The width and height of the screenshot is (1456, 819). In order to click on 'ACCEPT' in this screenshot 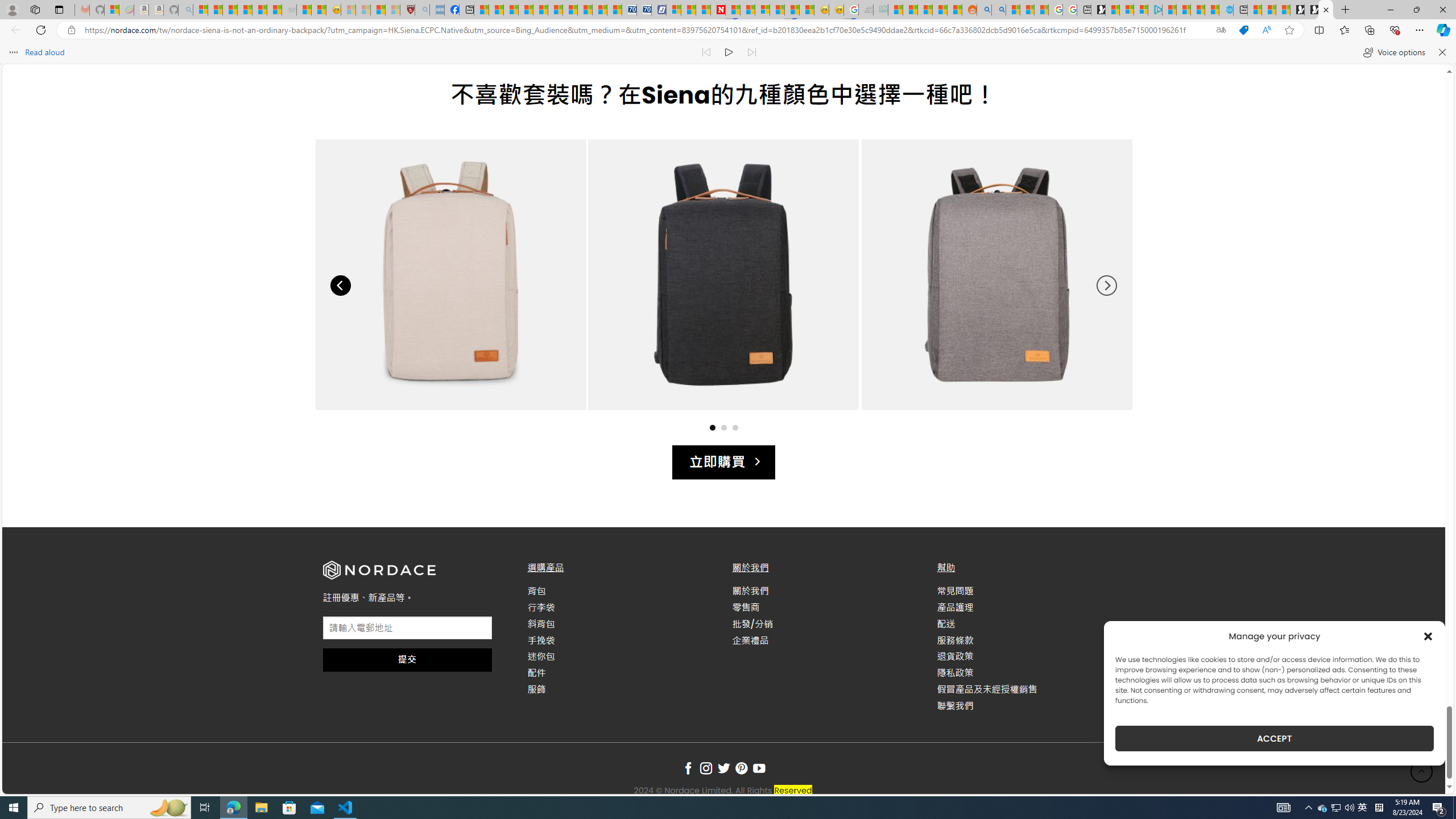, I will do `click(1275, 738)`.